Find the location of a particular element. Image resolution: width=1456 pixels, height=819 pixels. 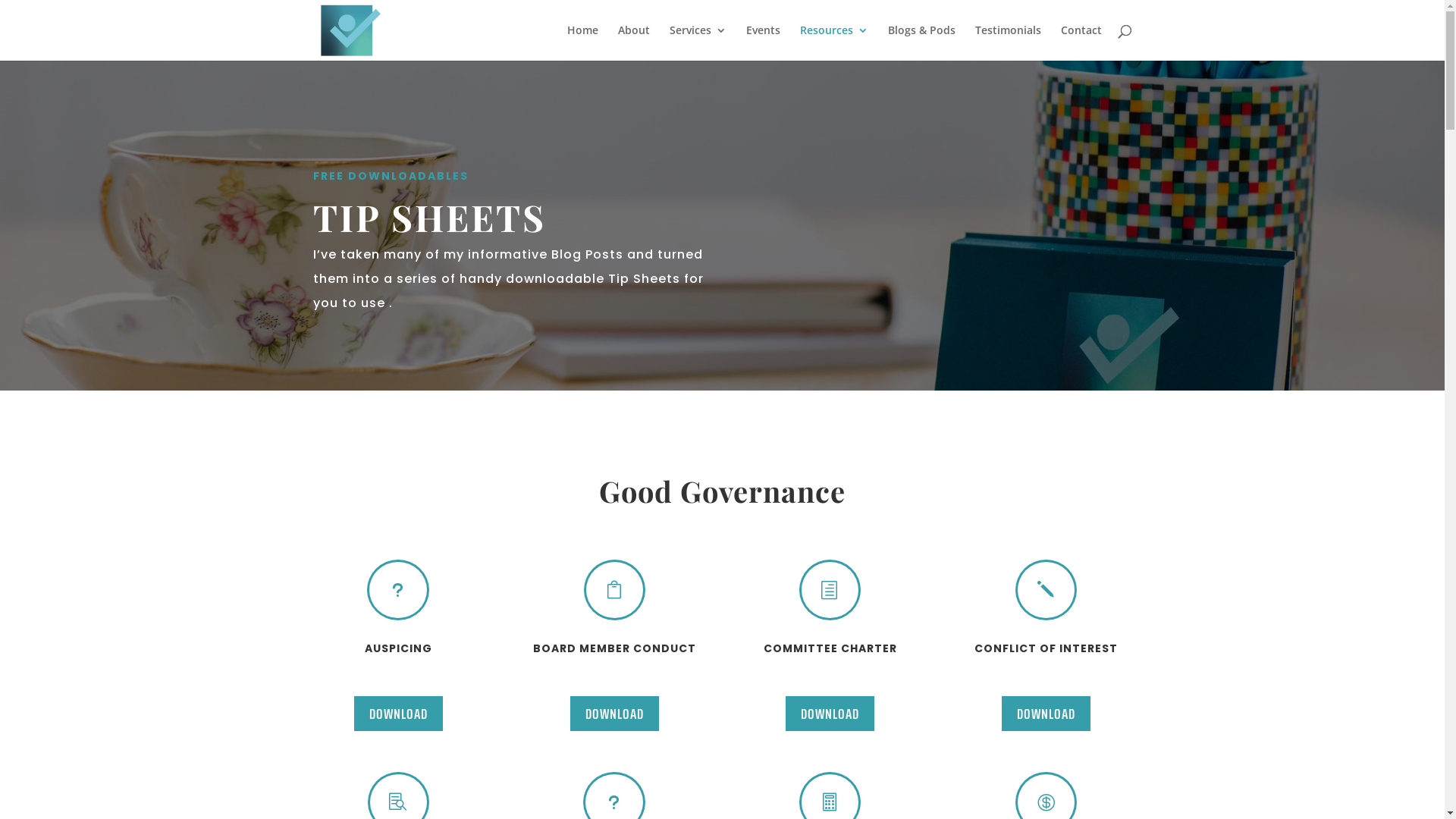

'DOWNLOAD' is located at coordinates (829, 714).